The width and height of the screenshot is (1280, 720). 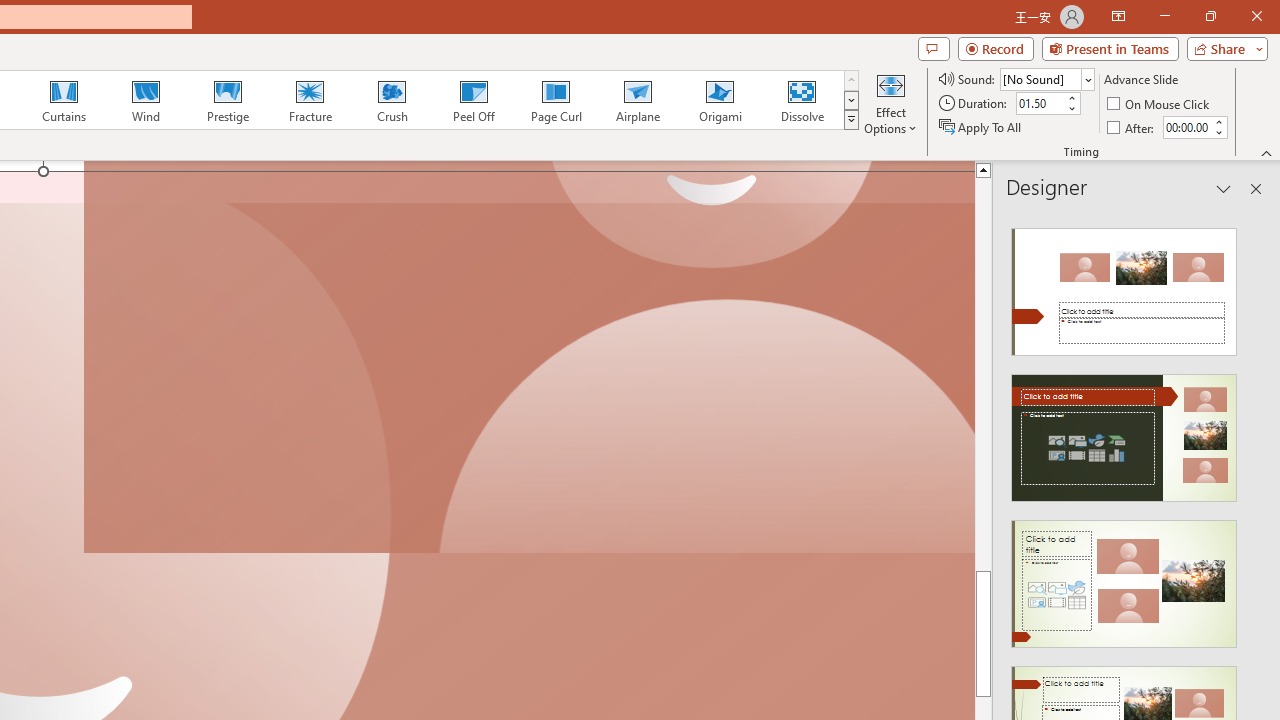 I want to click on 'Wind', so click(x=144, y=100).